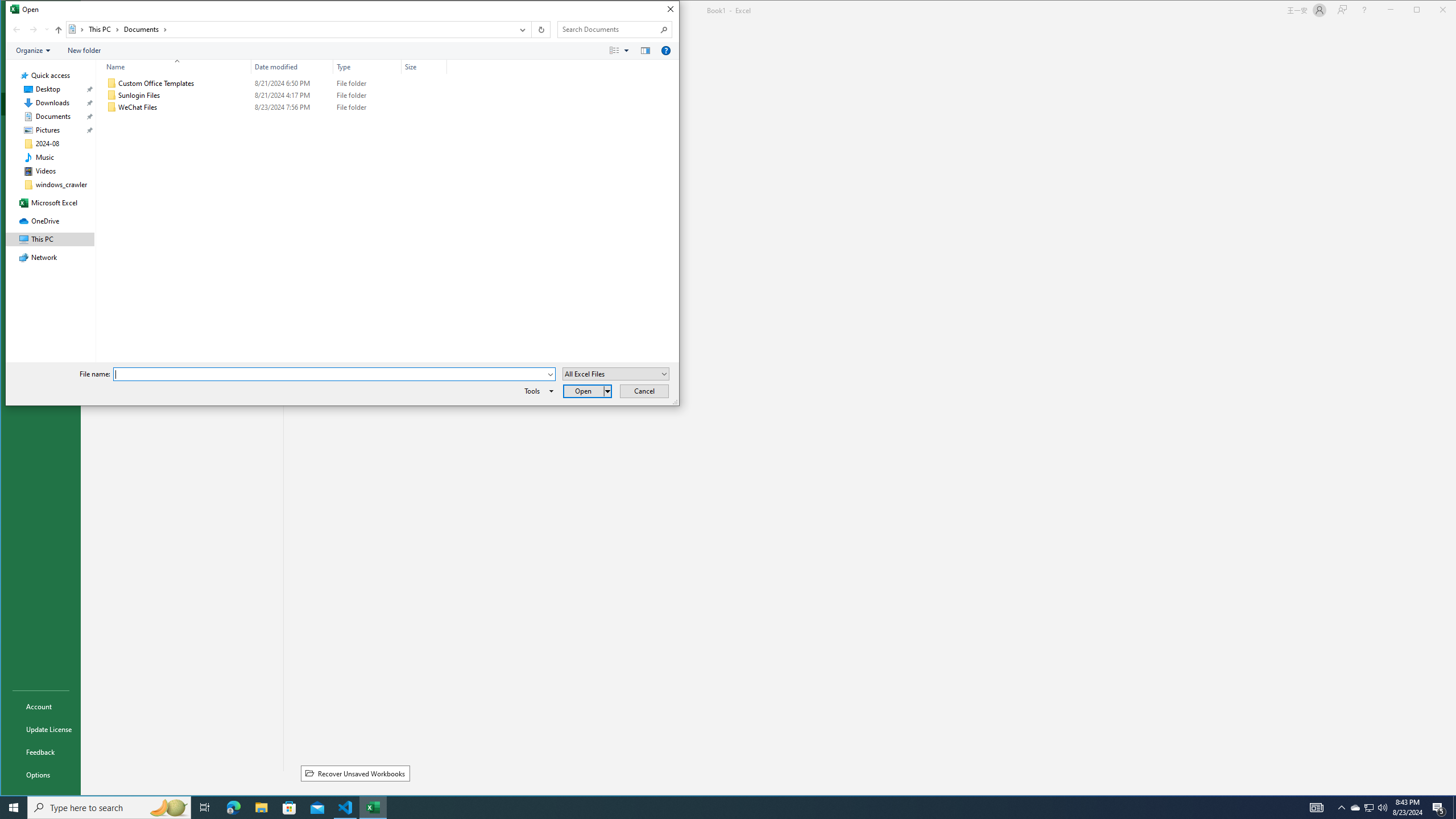 This screenshot has height=819, width=1456. What do you see at coordinates (531, 29) in the screenshot?
I see `'Address band toolbar'` at bounding box center [531, 29].